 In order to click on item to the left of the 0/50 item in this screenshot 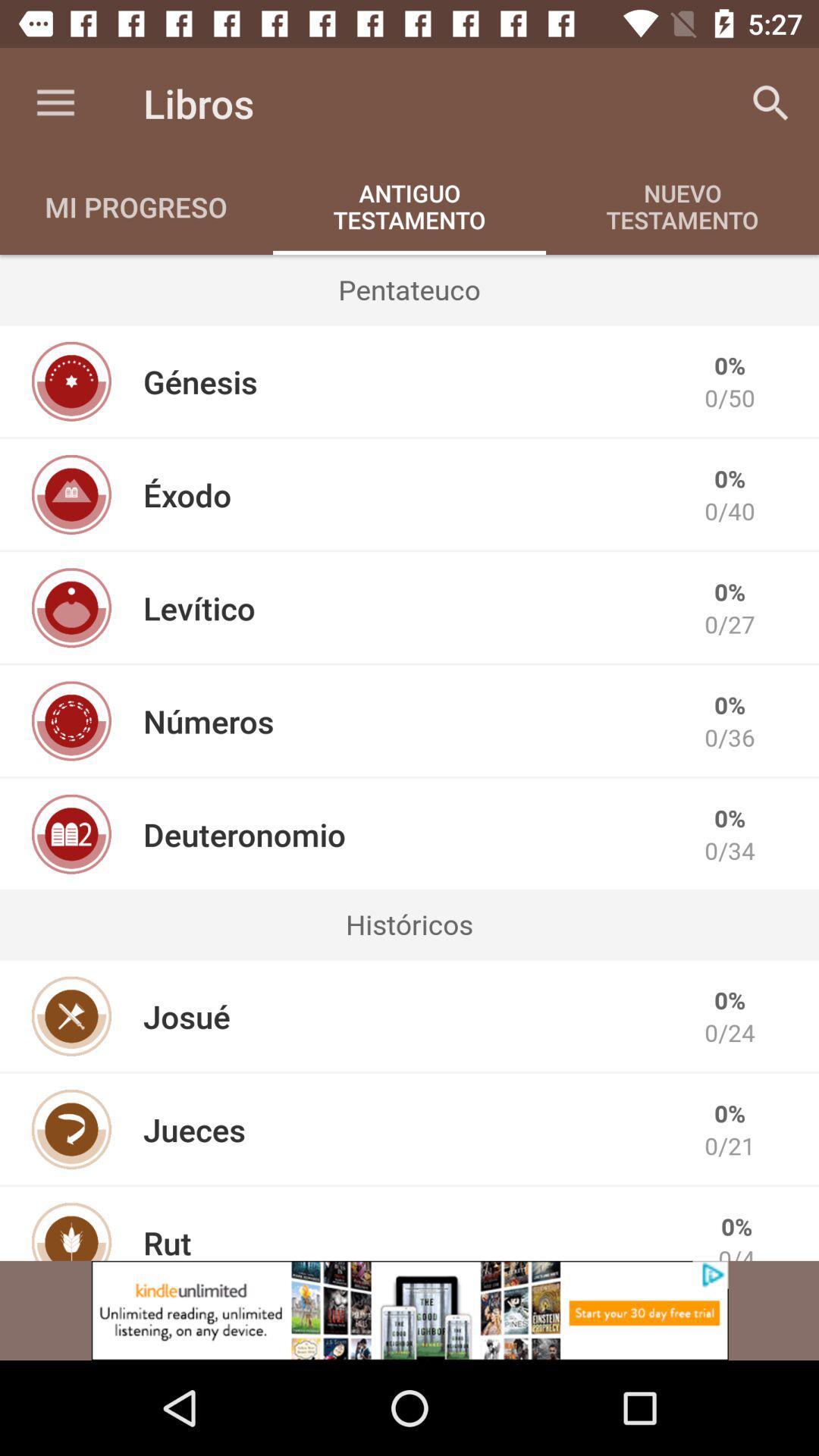, I will do `click(199, 381)`.